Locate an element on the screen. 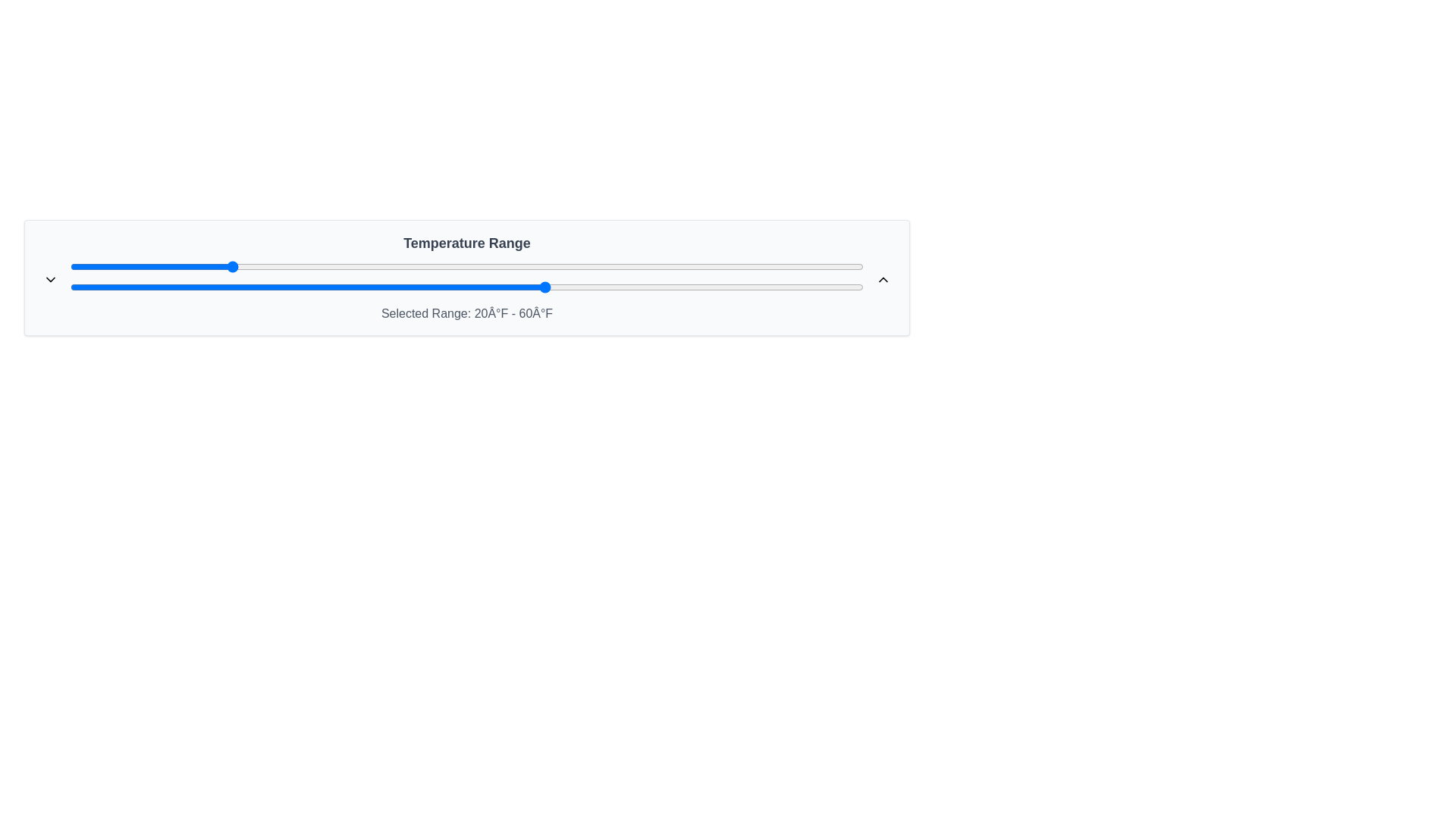 This screenshot has width=1456, height=819. the slider is located at coordinates (181, 287).